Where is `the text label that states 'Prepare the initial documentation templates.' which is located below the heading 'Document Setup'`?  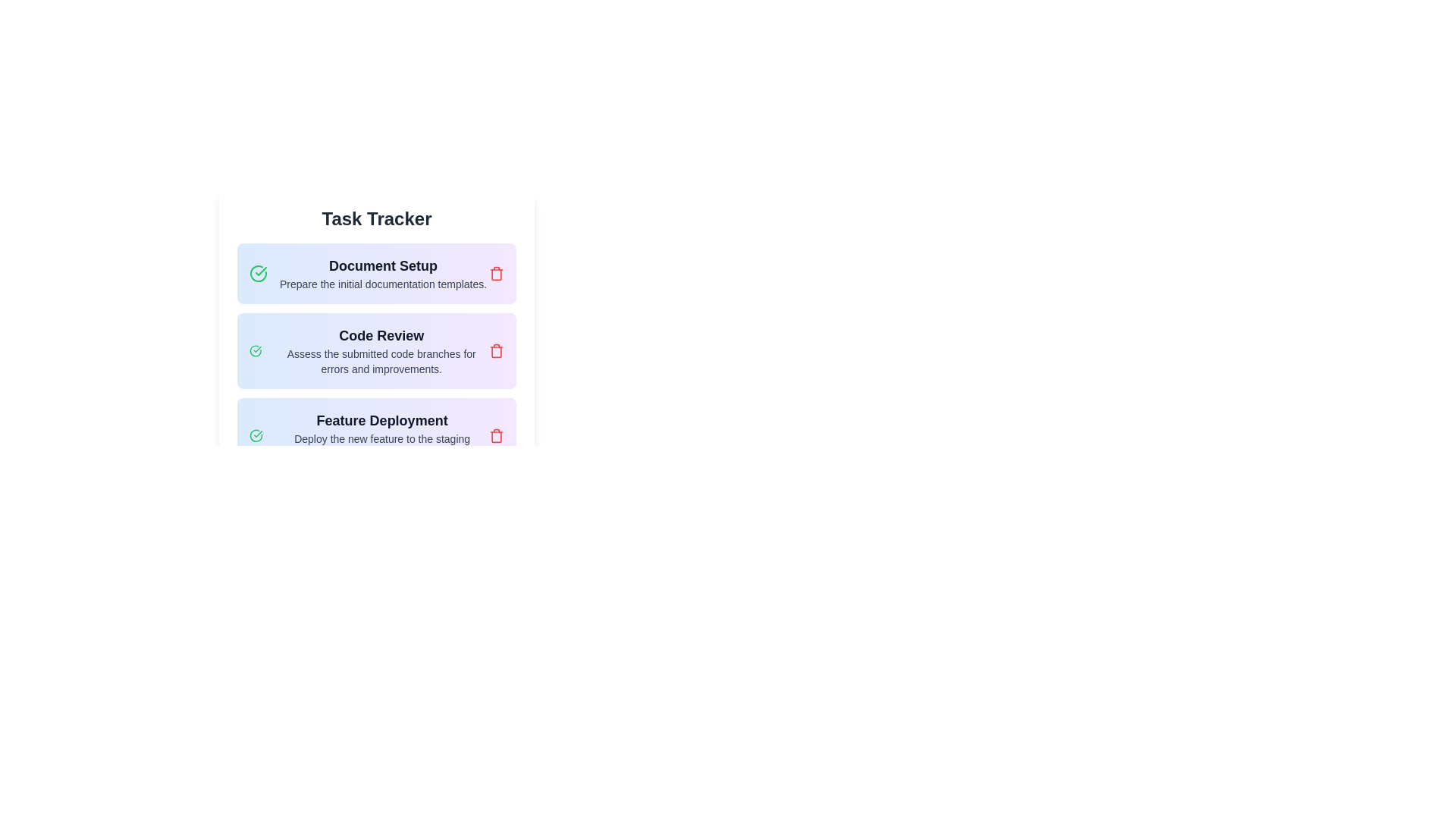
the text label that states 'Prepare the initial documentation templates.' which is located below the heading 'Document Setup' is located at coordinates (383, 284).